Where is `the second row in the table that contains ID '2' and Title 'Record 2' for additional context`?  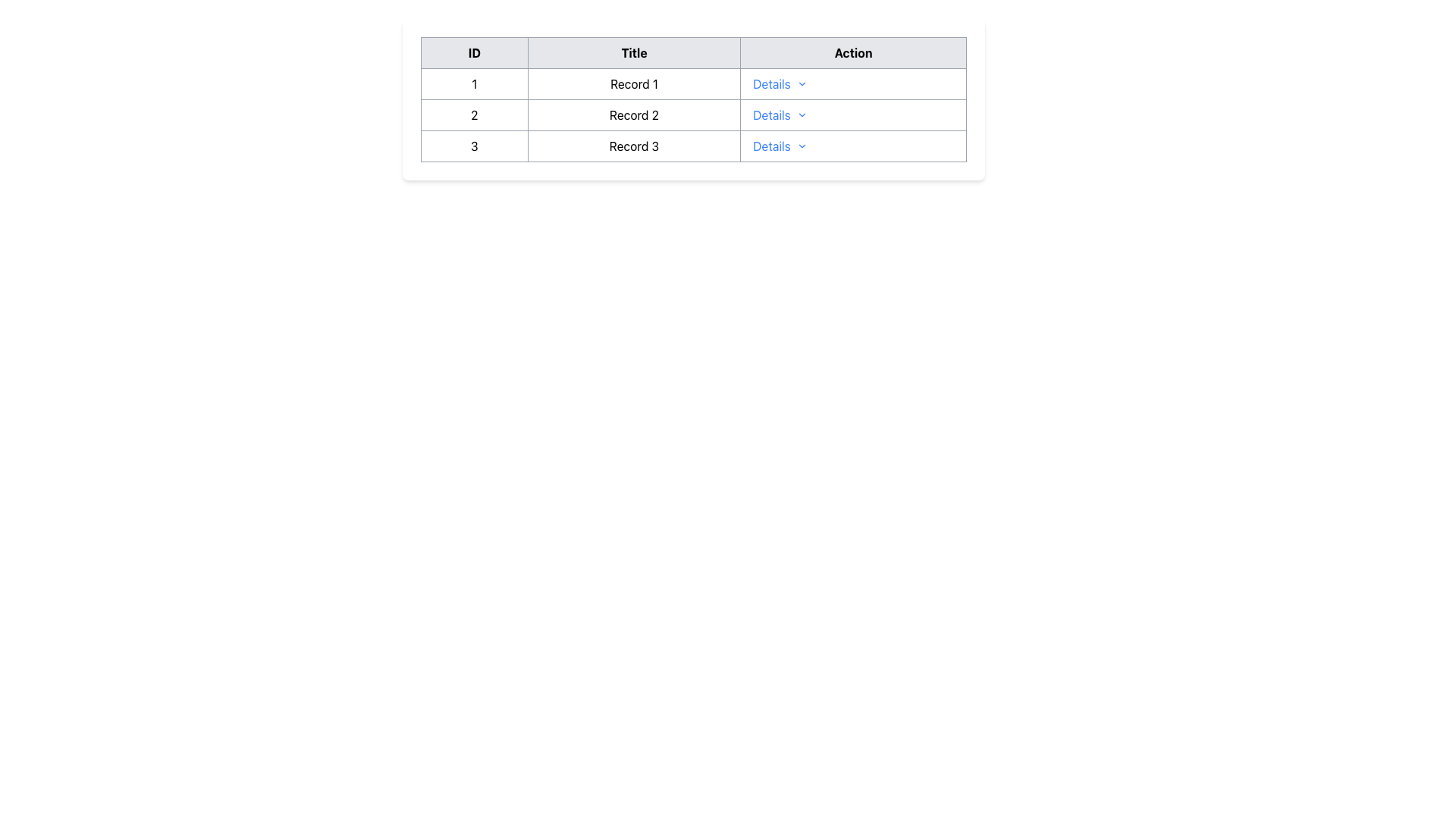 the second row in the table that contains ID '2' and Title 'Record 2' for additional context is located at coordinates (693, 114).